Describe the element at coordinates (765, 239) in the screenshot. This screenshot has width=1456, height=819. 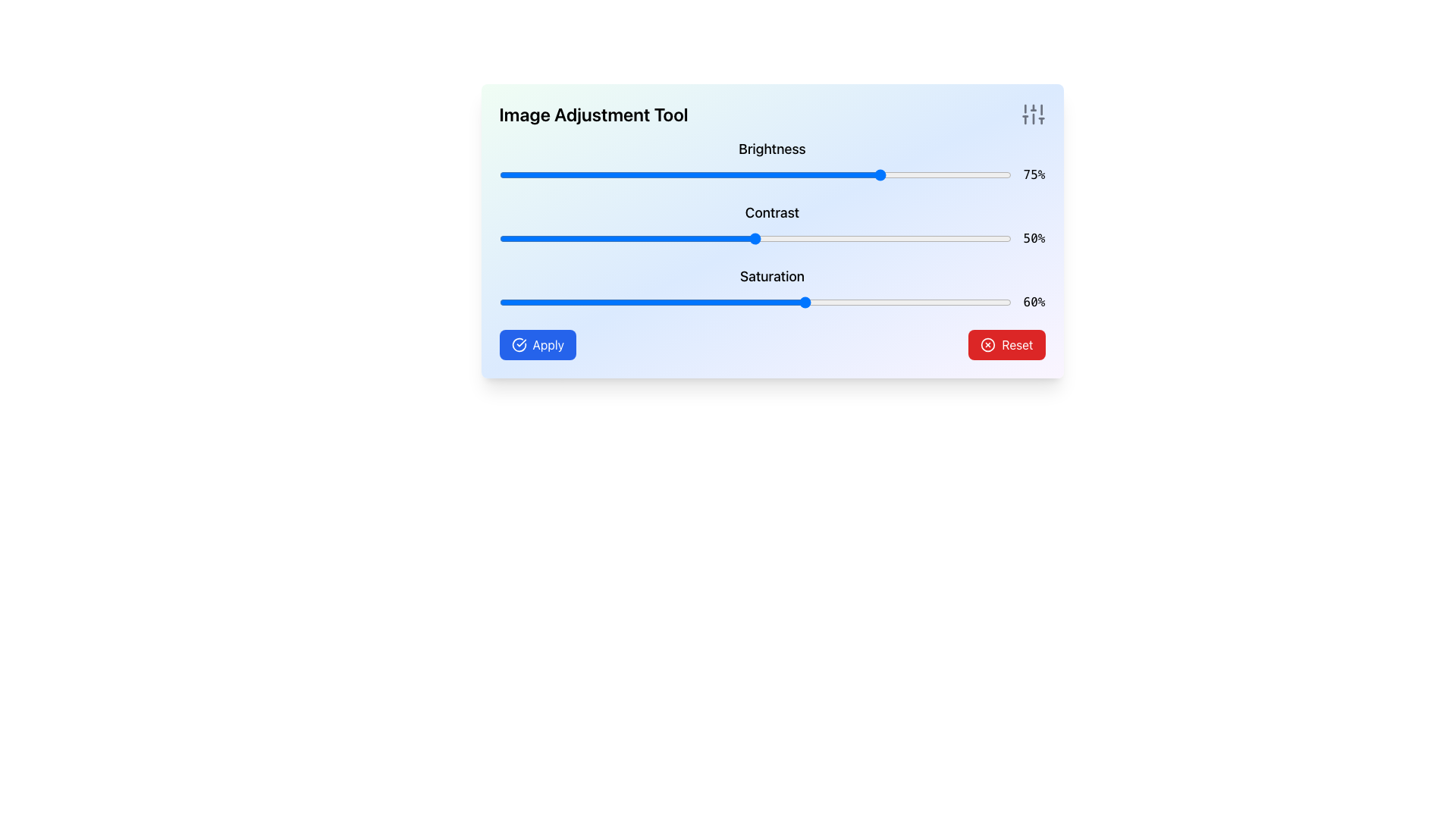
I see `contrast` at that location.